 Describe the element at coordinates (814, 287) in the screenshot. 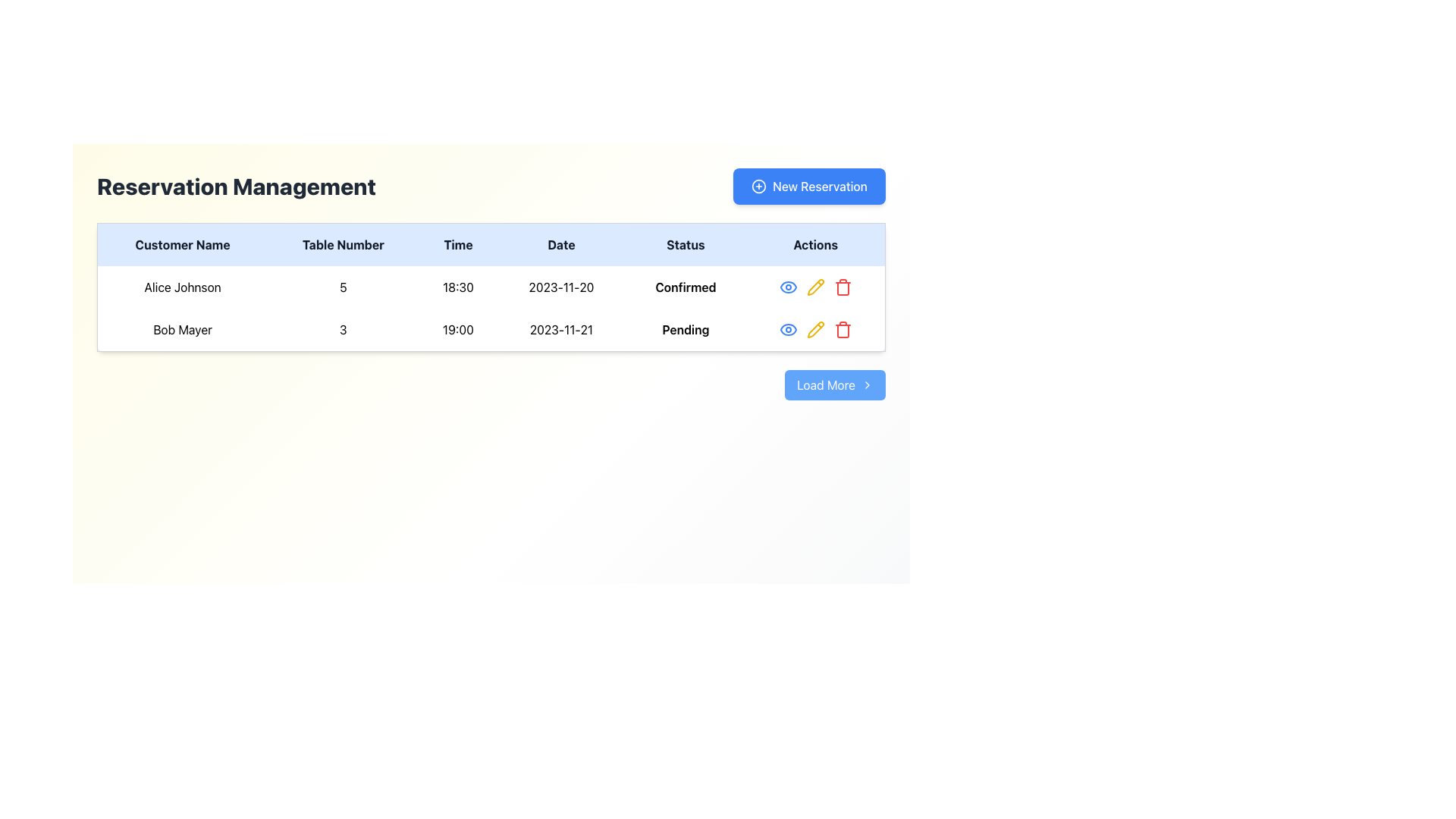

I see `the 'Edit' button located in the 'Actions' column of the first row in the table` at that location.